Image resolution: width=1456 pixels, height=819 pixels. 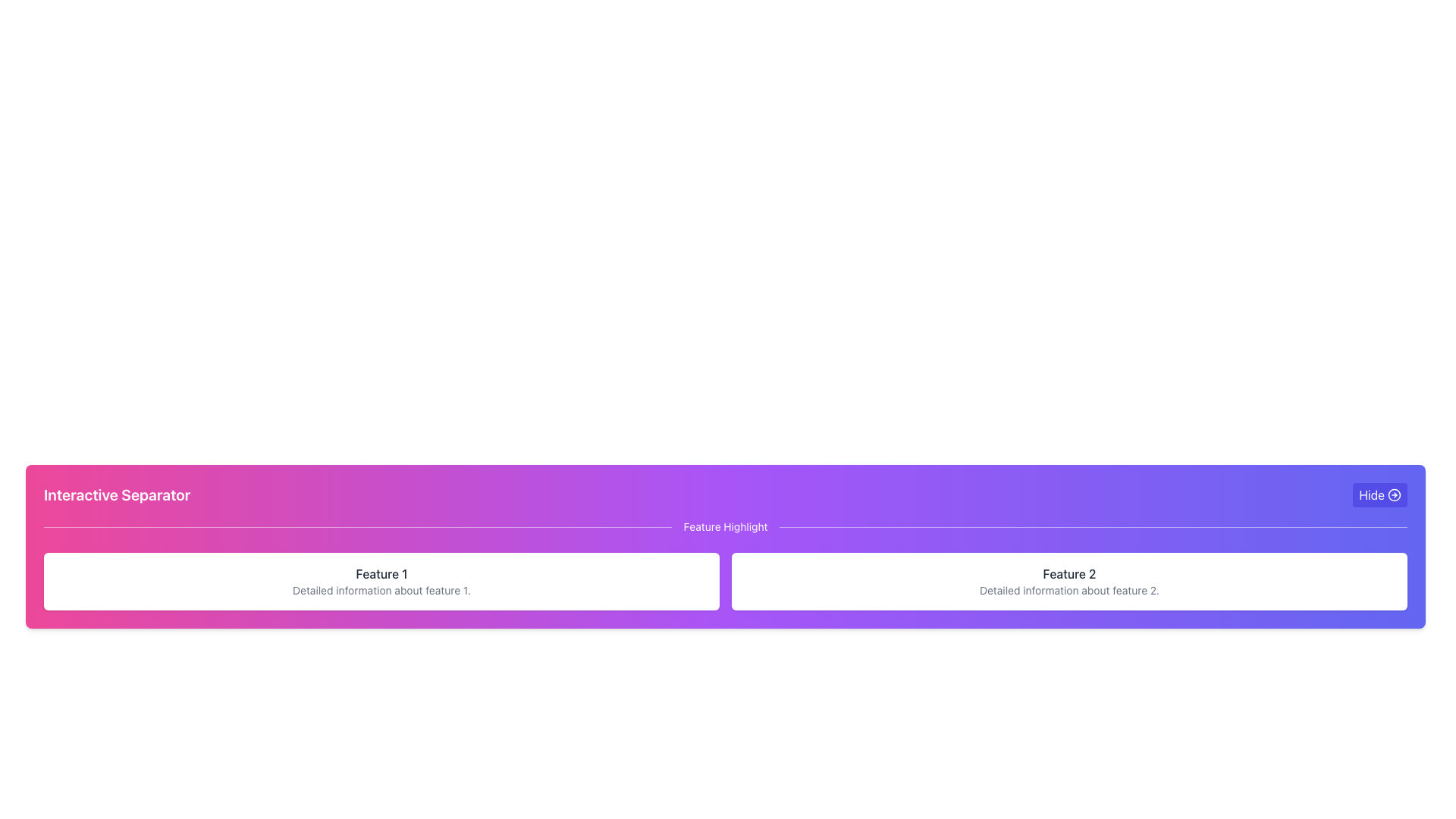 What do you see at coordinates (381, 573) in the screenshot?
I see `text label 'Feature 1' which is styled in medium font weight and gray coloring, located at the top-central region of the feature highlight card` at bounding box center [381, 573].